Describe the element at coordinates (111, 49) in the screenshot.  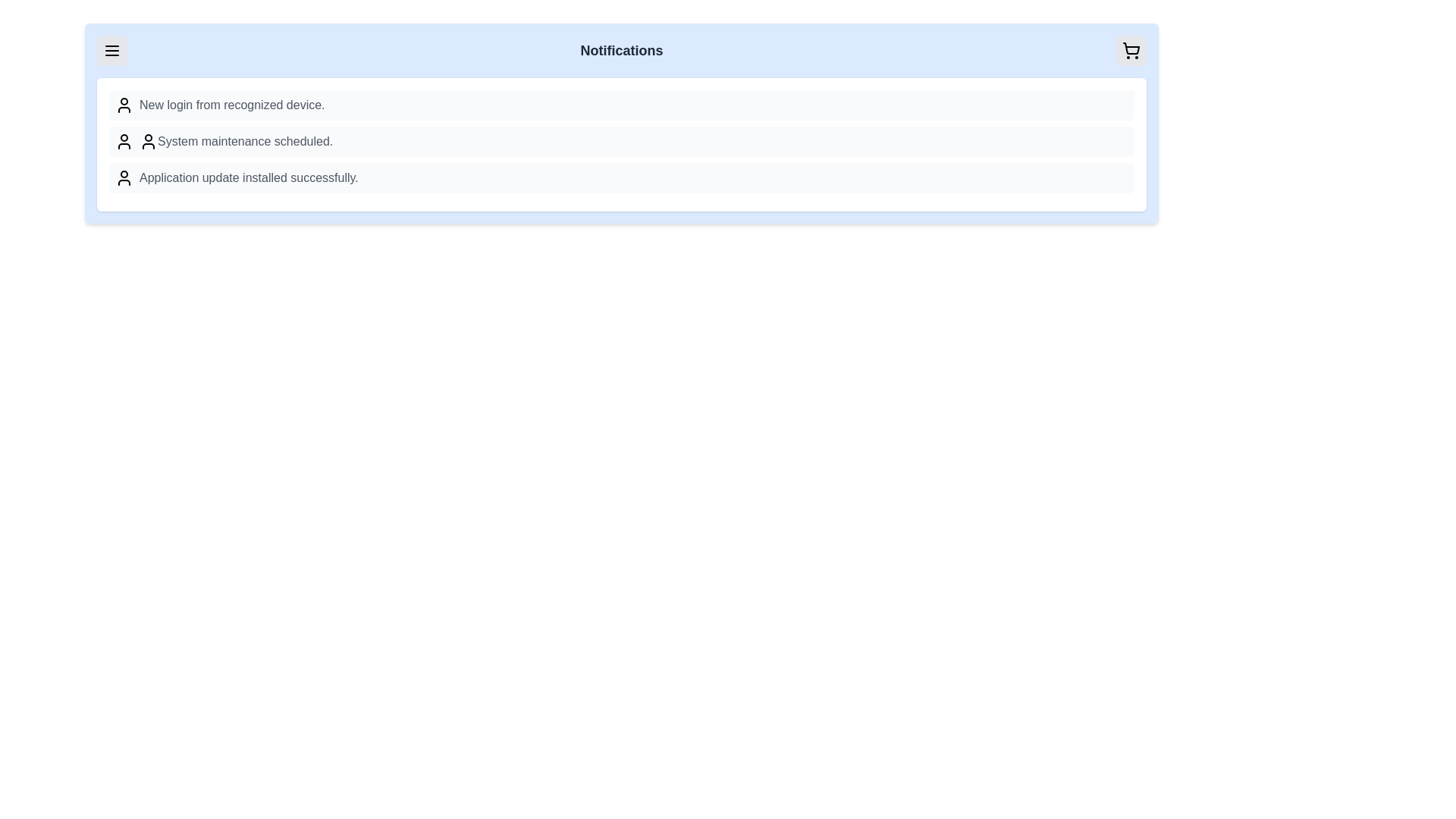
I see `the vertical menu icon composed of three horizontally aligned lines` at that location.